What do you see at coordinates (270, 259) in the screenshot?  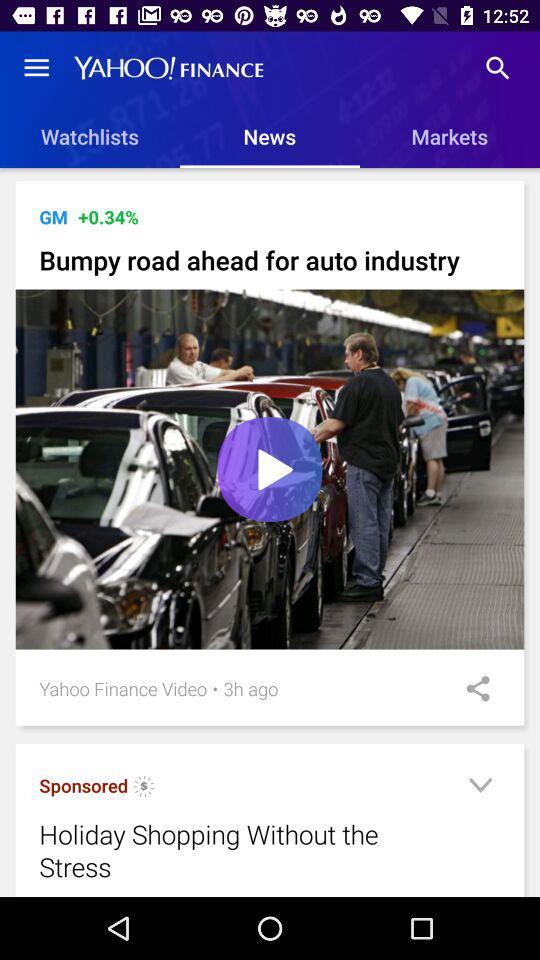 I see `item below gm icon` at bounding box center [270, 259].